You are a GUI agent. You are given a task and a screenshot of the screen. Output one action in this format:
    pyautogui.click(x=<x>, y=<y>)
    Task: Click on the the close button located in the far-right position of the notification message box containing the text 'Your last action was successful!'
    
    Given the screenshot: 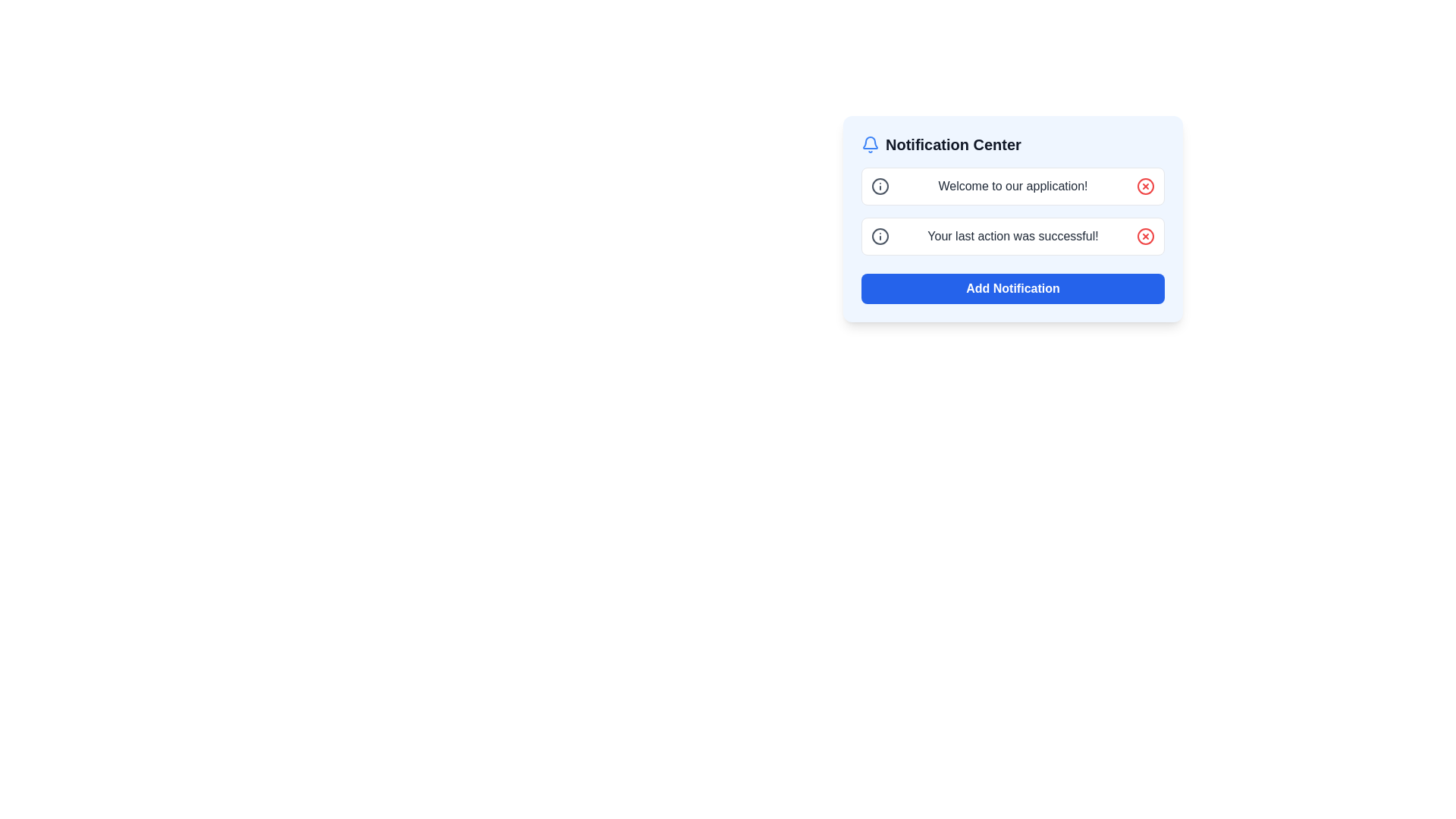 What is the action you would take?
    pyautogui.click(x=1146, y=237)
    